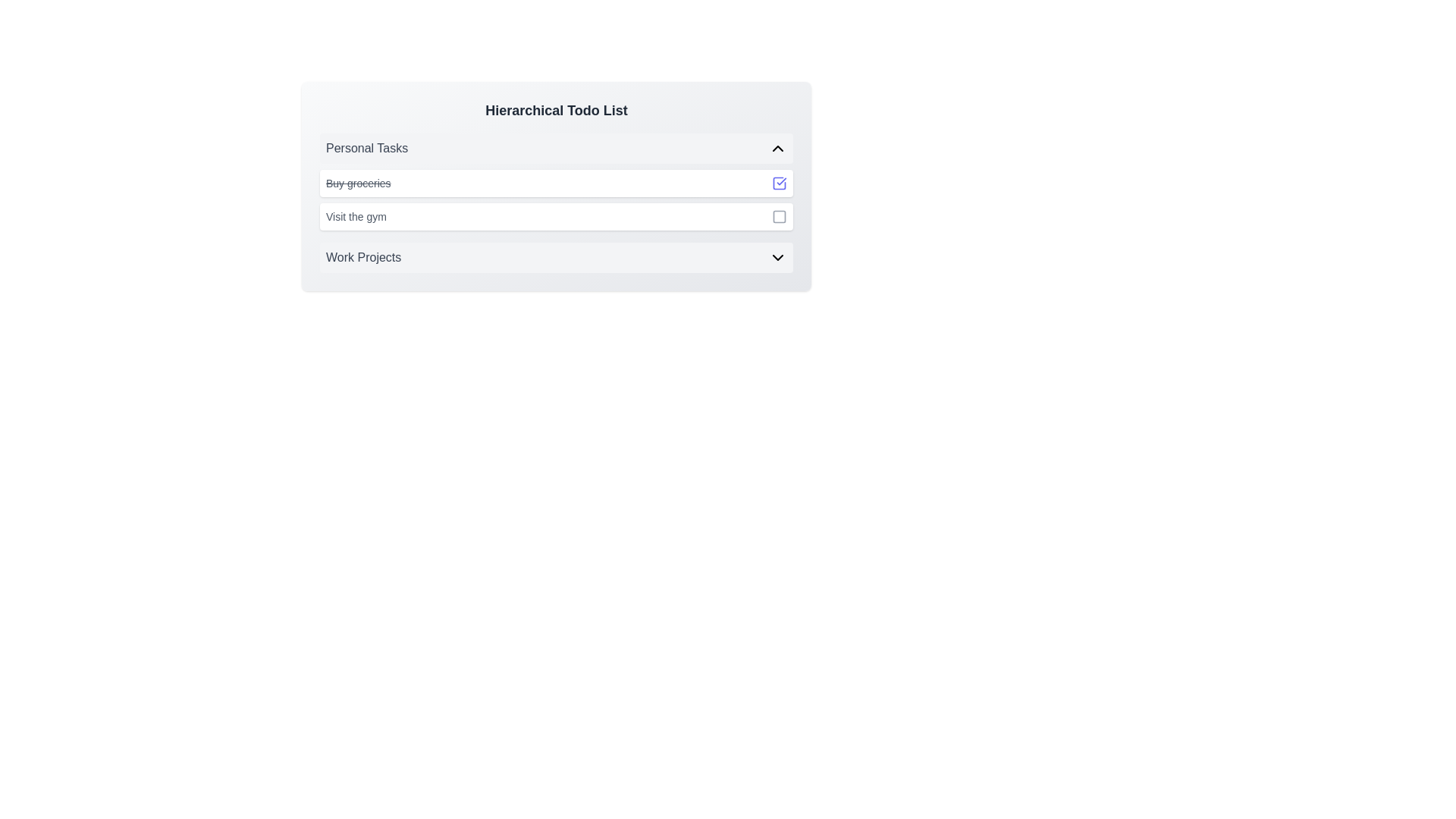 The height and width of the screenshot is (819, 1456). What do you see at coordinates (357, 183) in the screenshot?
I see `the static text element displaying 'Buy groceries' with a strikethrough, indicating a completed task in the to-do list` at bounding box center [357, 183].